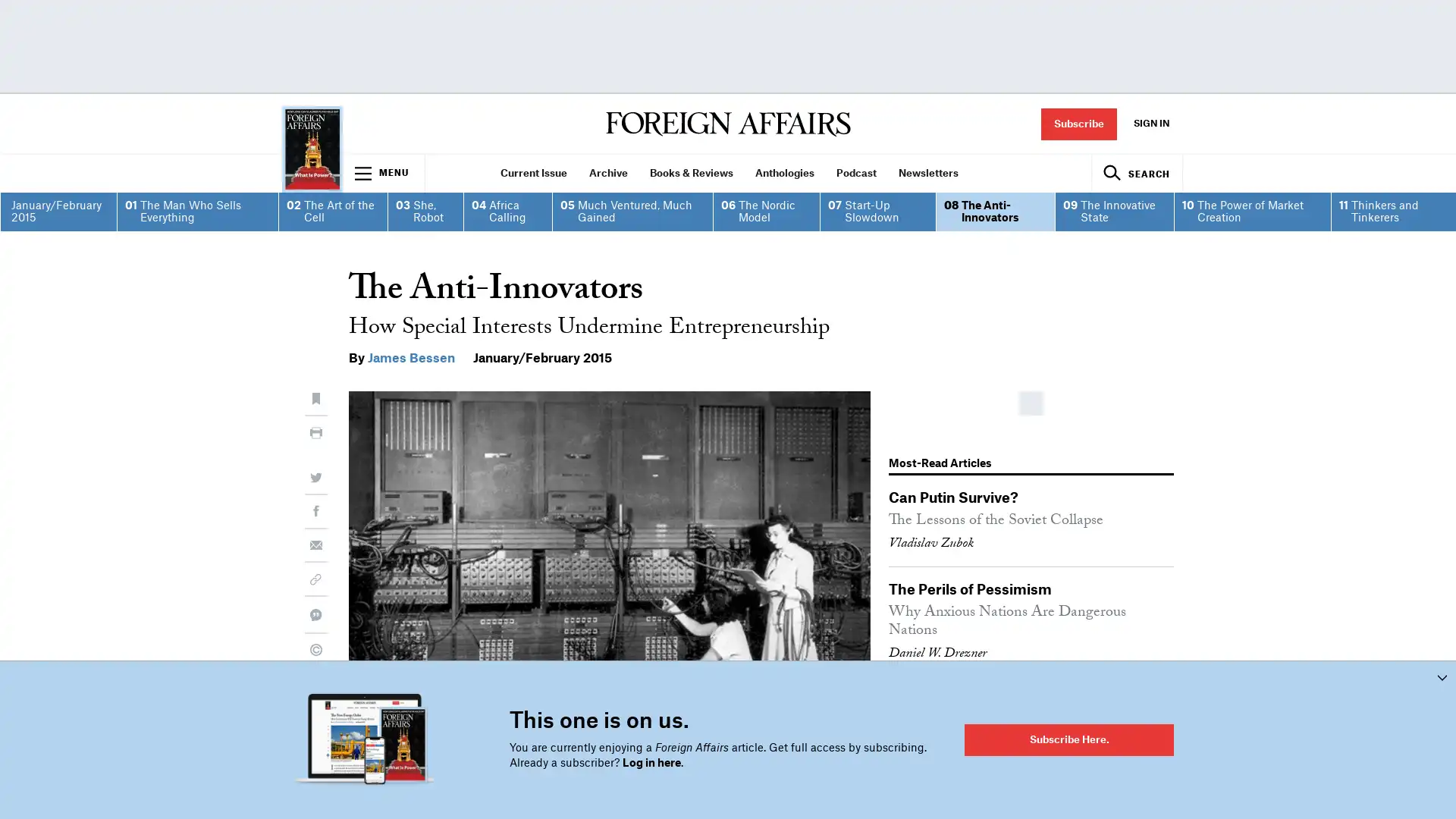 The height and width of the screenshot is (819, 1456). What do you see at coordinates (533, 172) in the screenshot?
I see `Current Issue` at bounding box center [533, 172].